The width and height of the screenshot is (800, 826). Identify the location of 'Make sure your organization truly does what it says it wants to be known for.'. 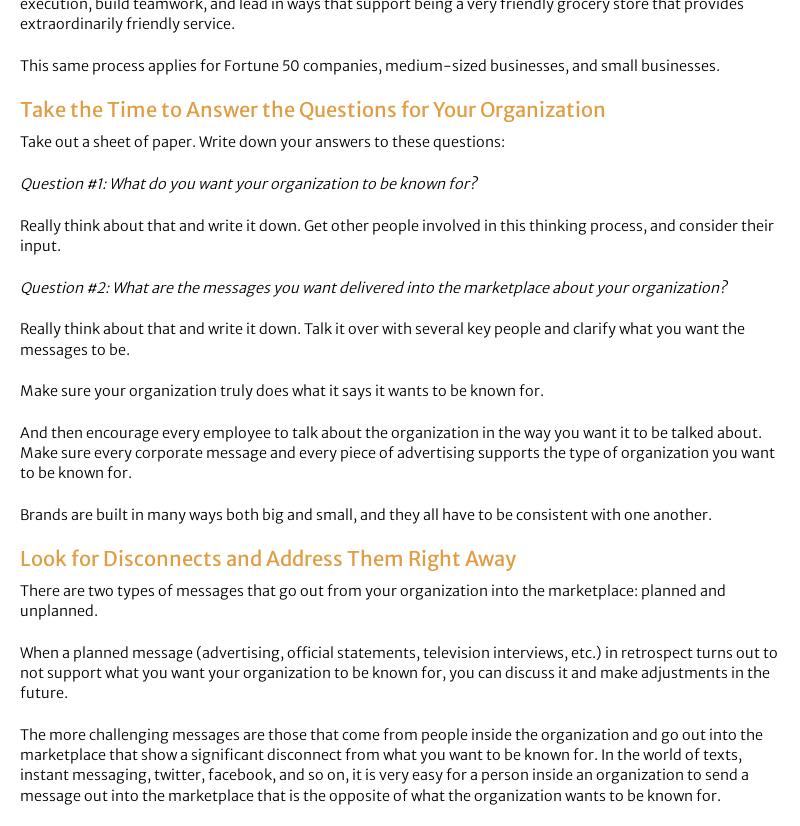
(282, 390).